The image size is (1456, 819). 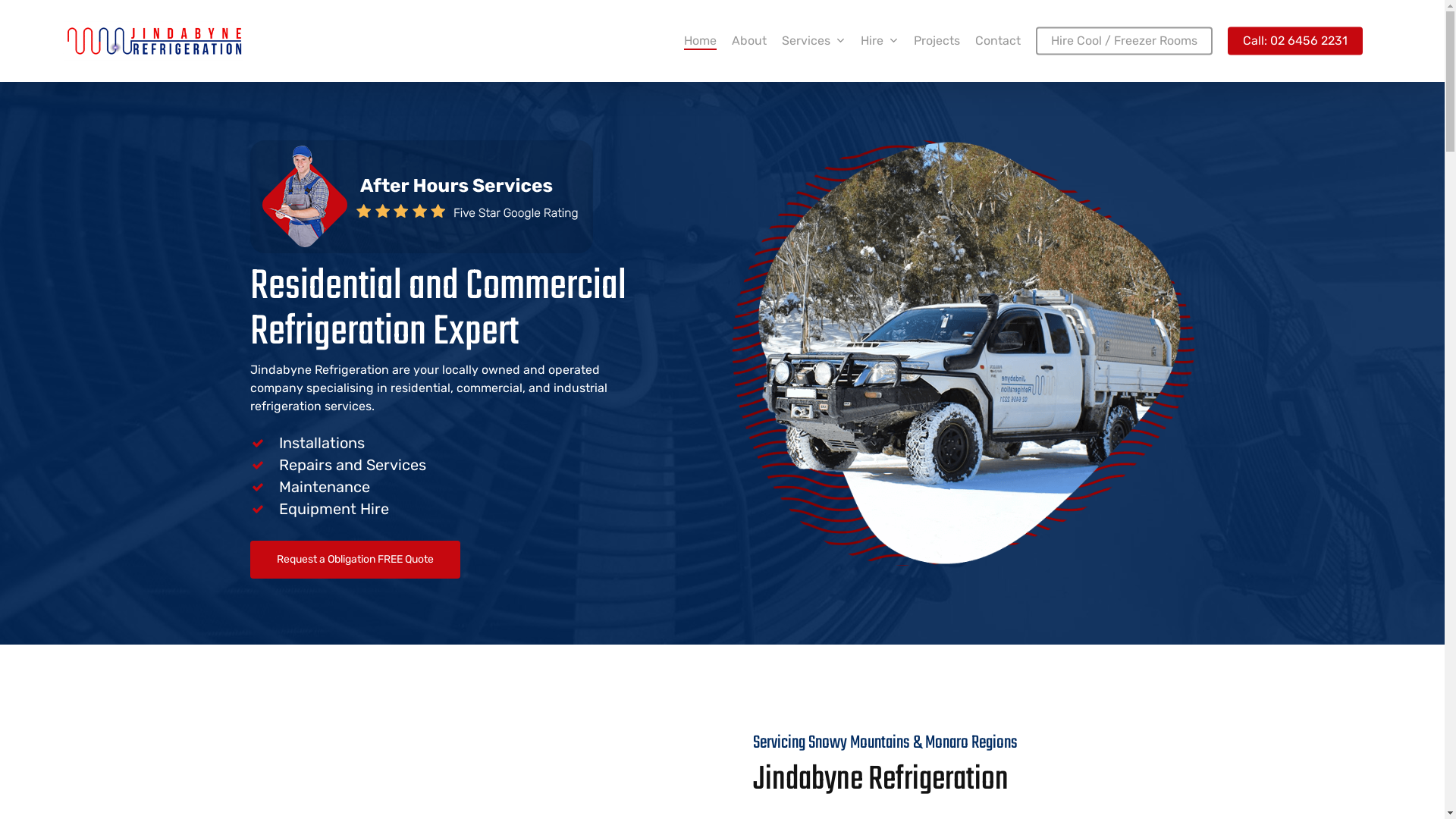 I want to click on 'Hire Cool / Freezer Rooms', so click(x=1035, y=40).